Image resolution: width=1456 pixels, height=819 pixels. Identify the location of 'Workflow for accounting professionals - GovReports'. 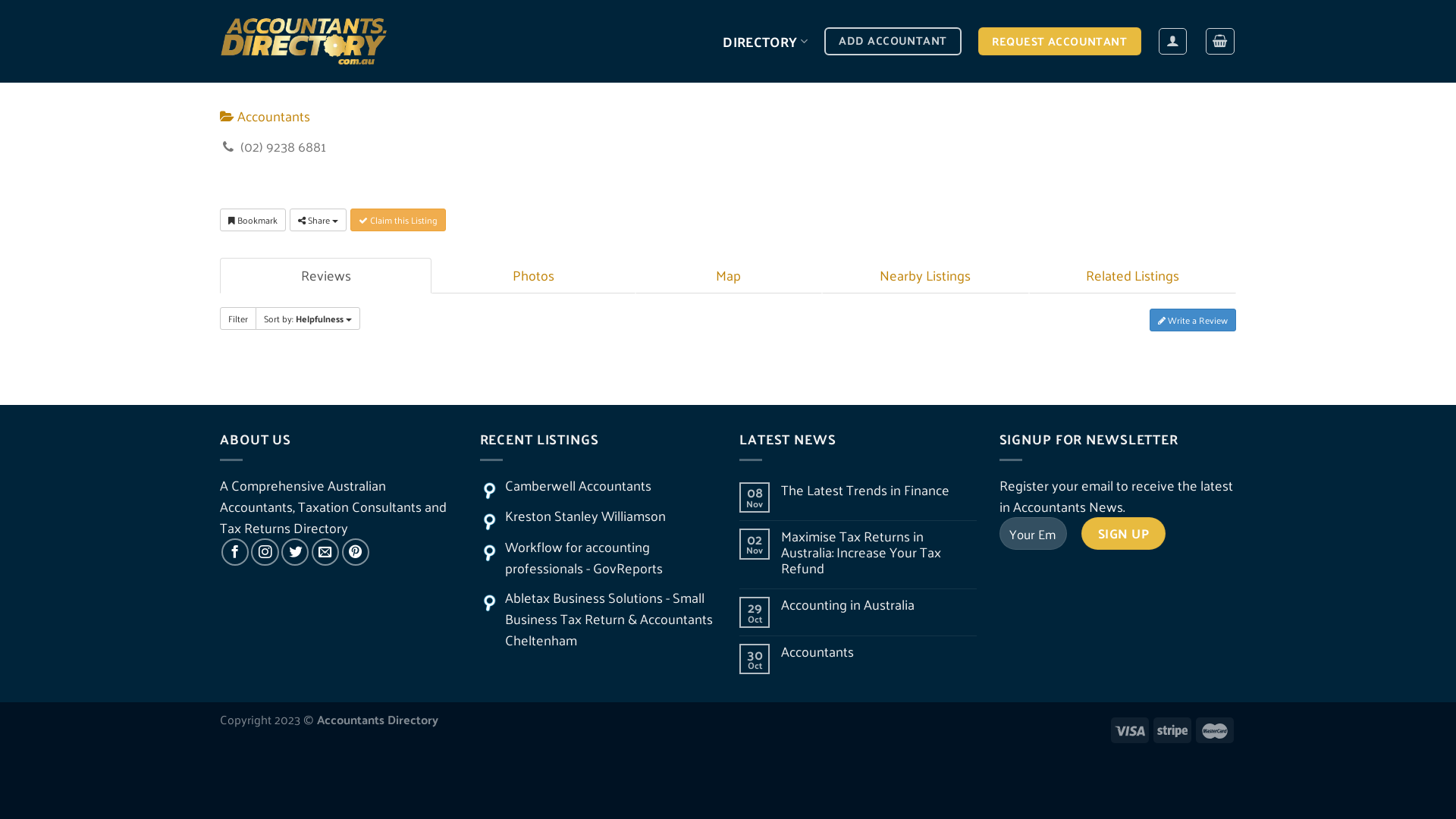
(582, 557).